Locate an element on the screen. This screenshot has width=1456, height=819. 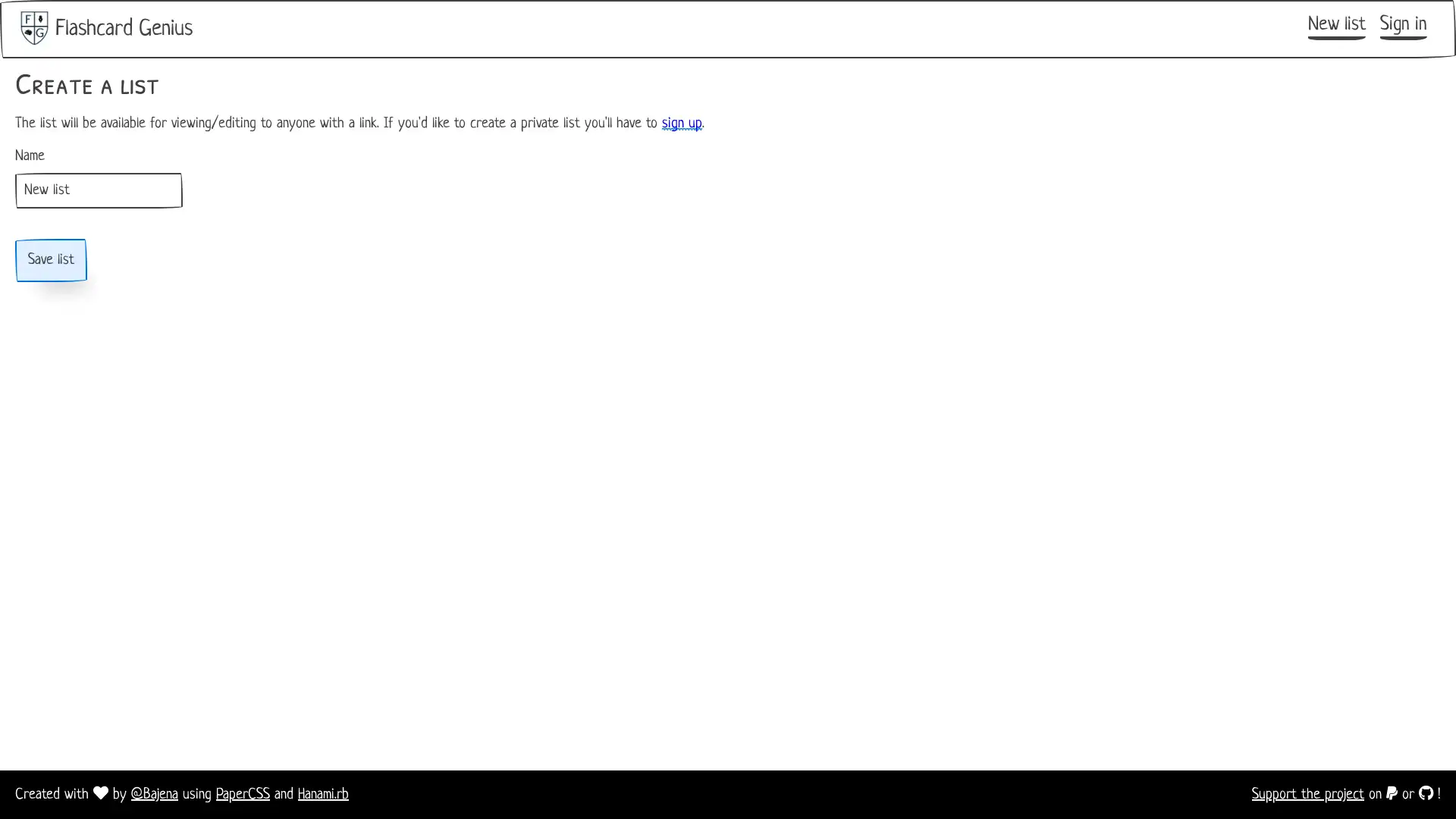
Save list is located at coordinates (51, 259).